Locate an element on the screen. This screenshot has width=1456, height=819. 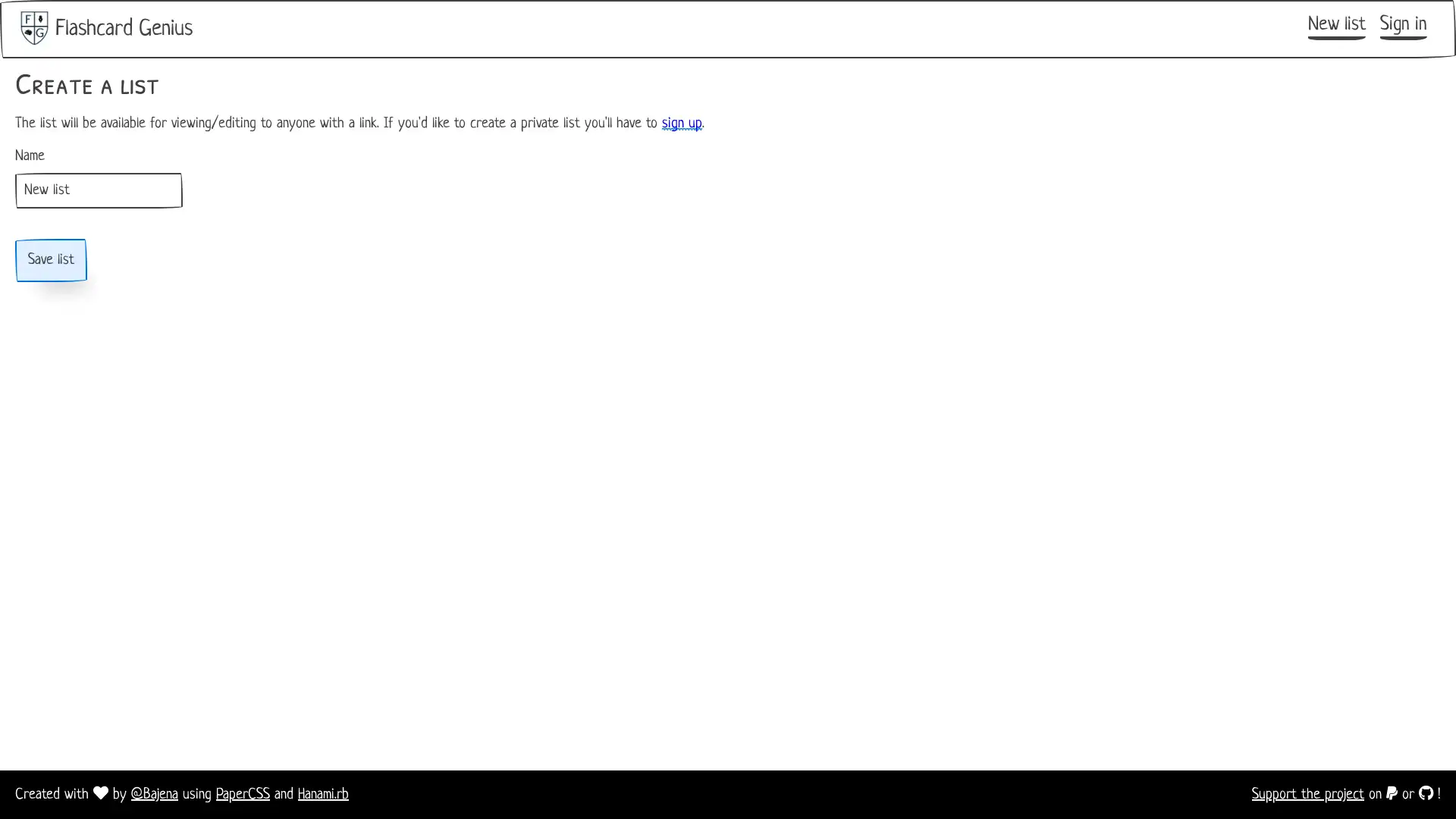
Save list is located at coordinates (51, 259).